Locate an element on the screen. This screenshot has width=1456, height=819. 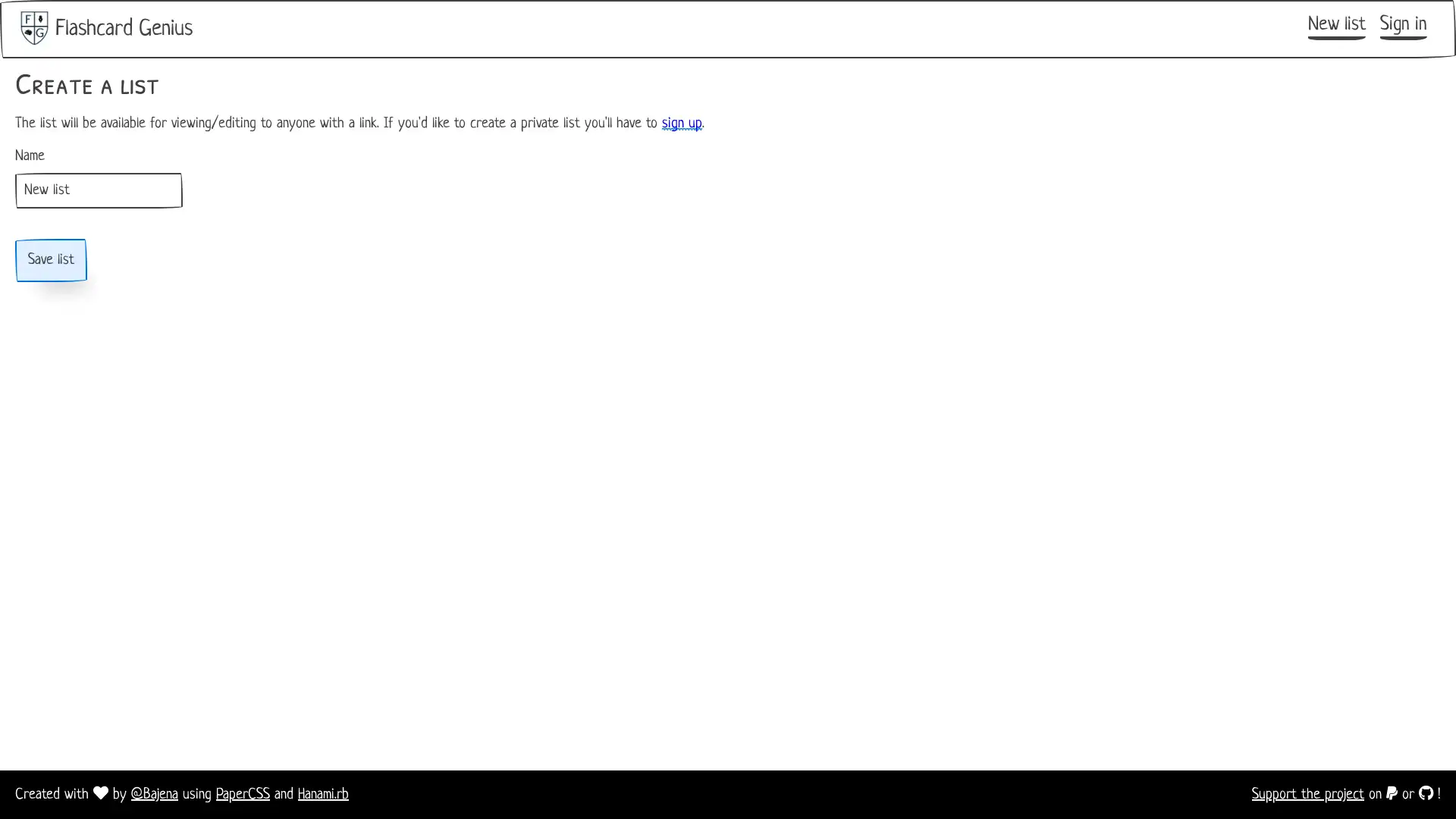
Save list is located at coordinates (51, 259).